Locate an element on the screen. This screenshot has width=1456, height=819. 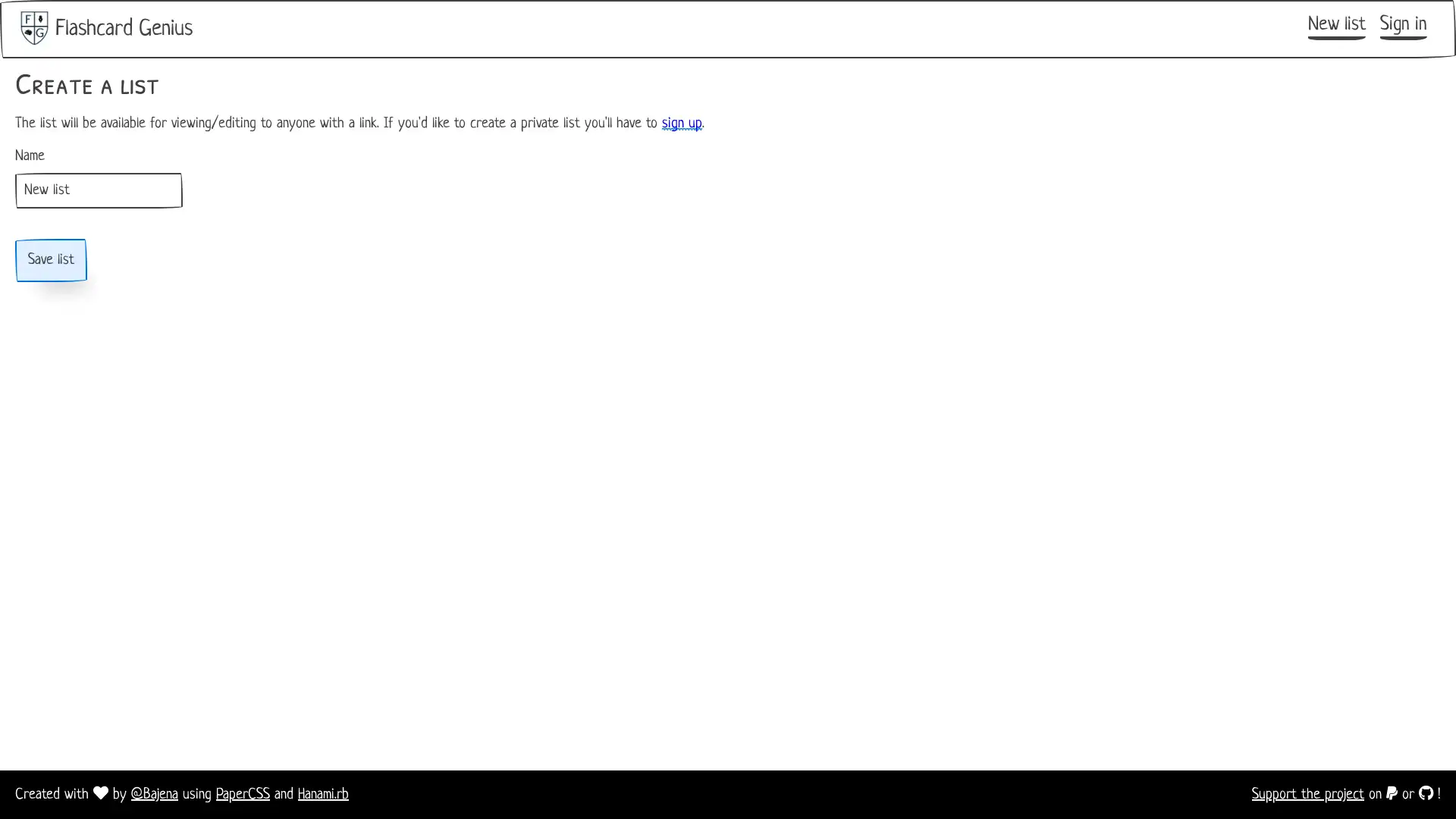
Save list is located at coordinates (51, 259).